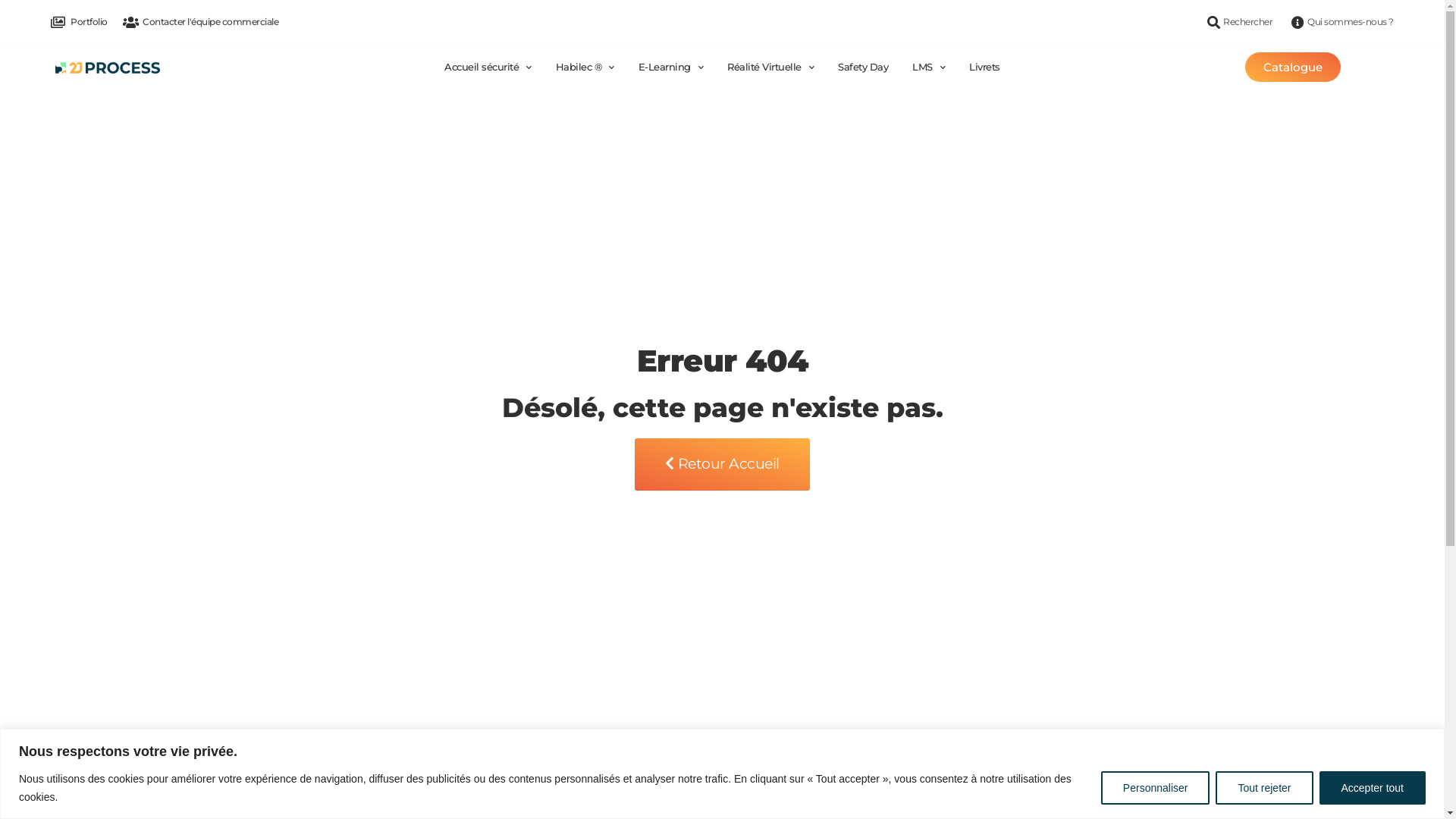 The width and height of the screenshot is (1456, 819). I want to click on 'Safety Day', so click(836, 66).